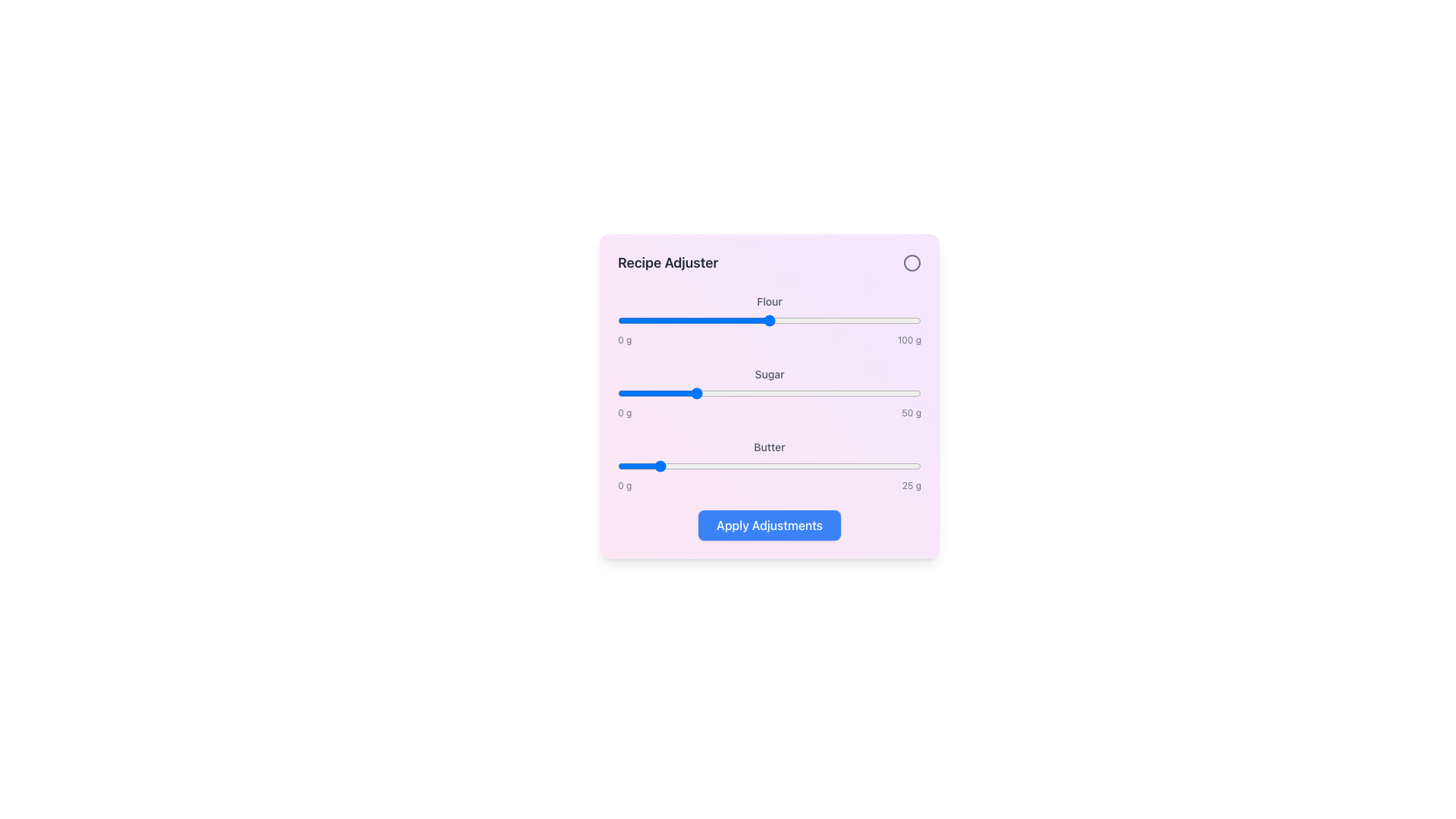  I want to click on the text label displaying '0 g' and '50 g' located beneath the 'Sugar' slider, so click(769, 413).